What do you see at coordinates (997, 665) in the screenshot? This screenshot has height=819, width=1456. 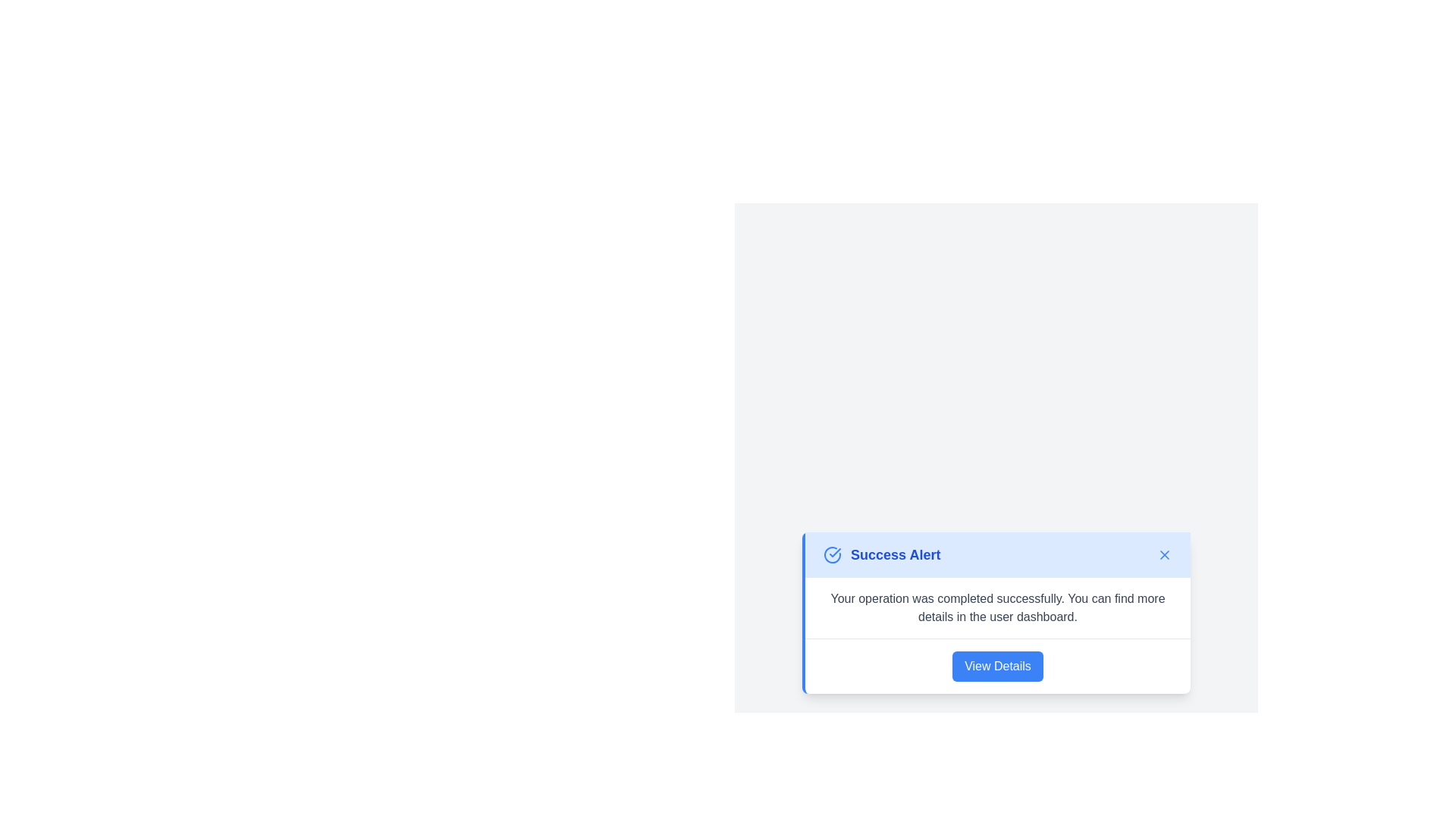 I see `the button located centrally at the bottom of the panel, directly below the success message text` at bounding box center [997, 665].